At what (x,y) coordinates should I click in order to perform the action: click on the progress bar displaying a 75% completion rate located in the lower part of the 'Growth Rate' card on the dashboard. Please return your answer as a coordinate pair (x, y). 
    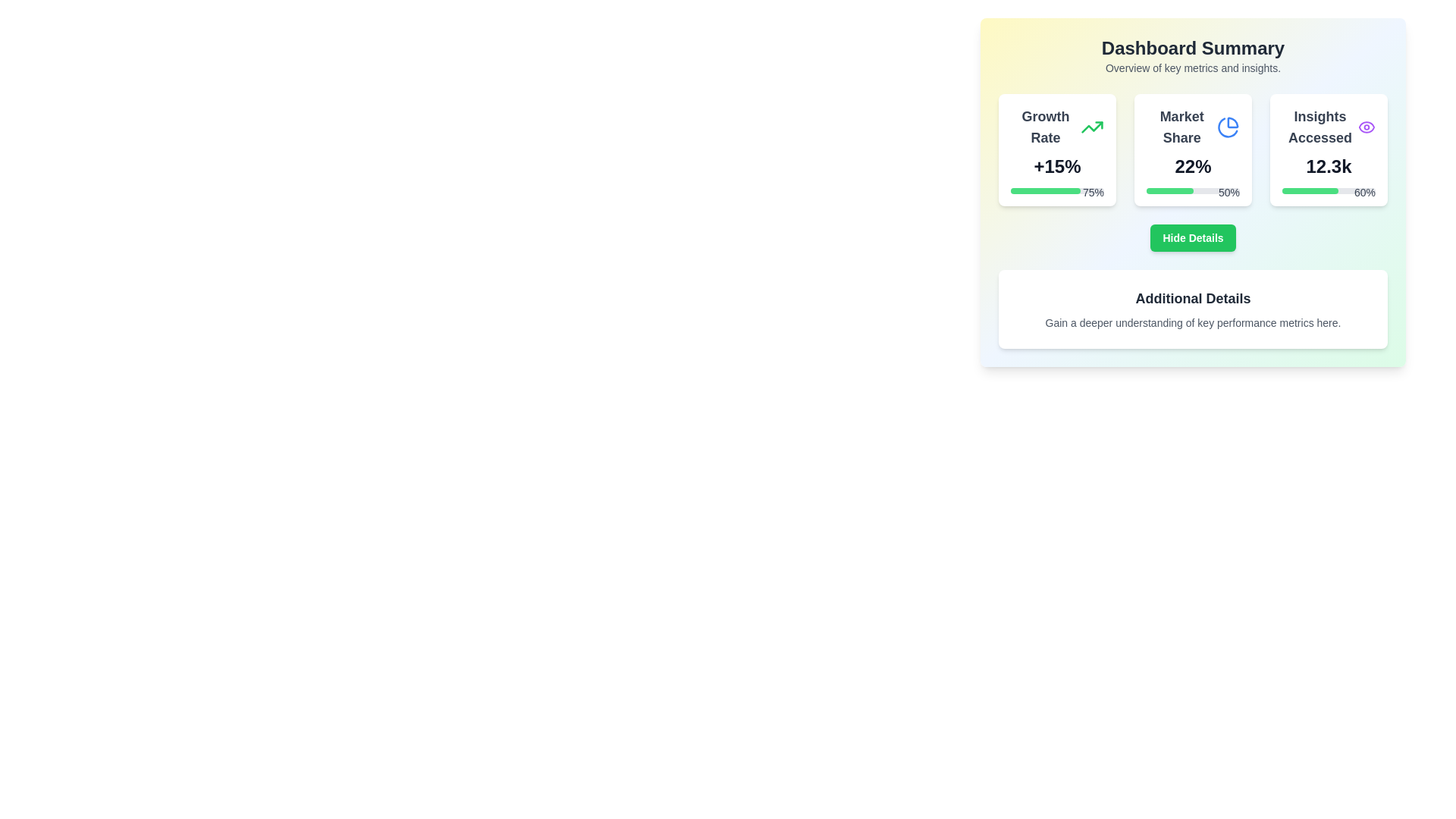
    Looking at the image, I should click on (1056, 190).